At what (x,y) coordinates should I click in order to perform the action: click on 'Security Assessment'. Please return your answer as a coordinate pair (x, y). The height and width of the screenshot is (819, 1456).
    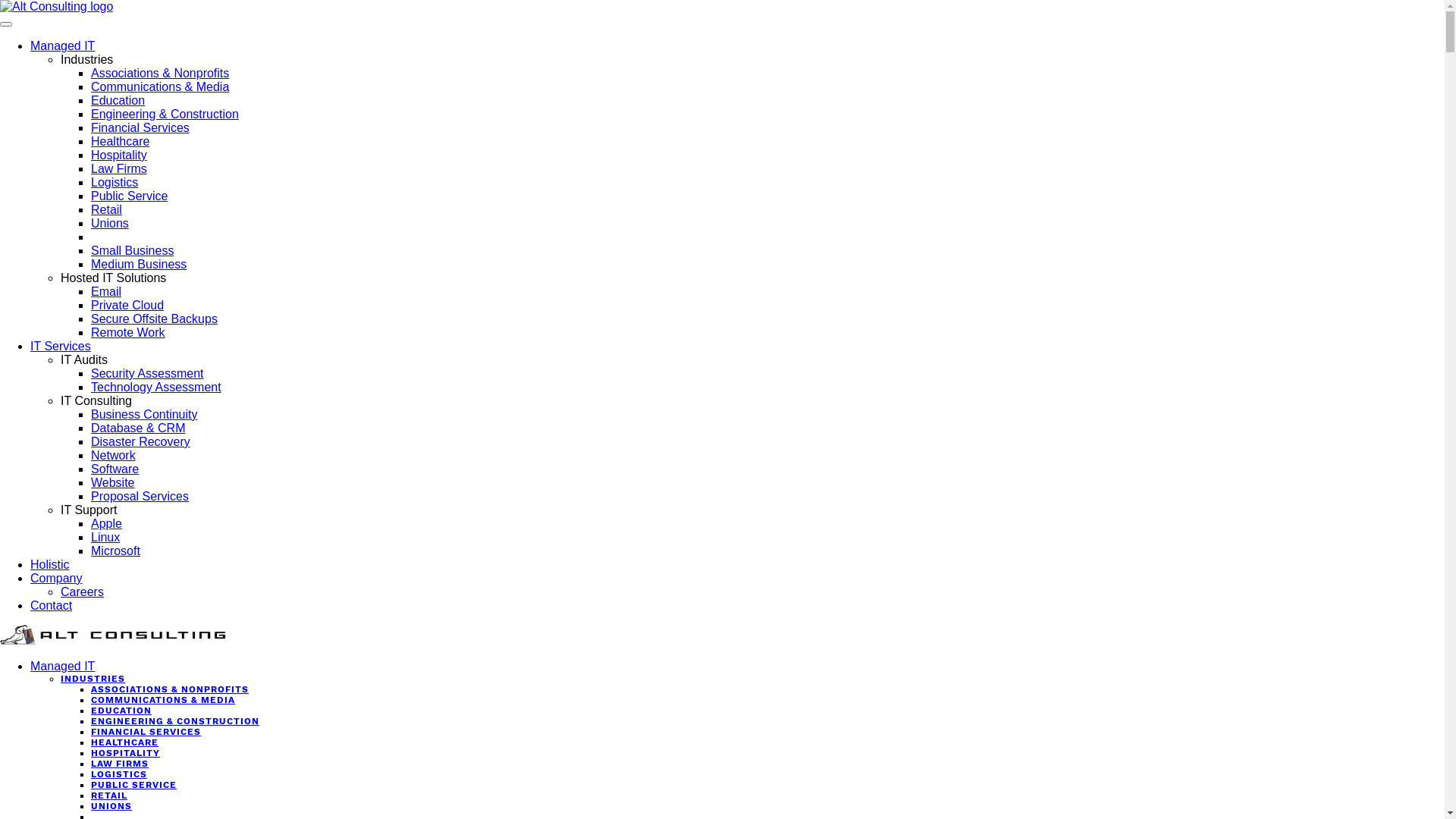
    Looking at the image, I should click on (147, 373).